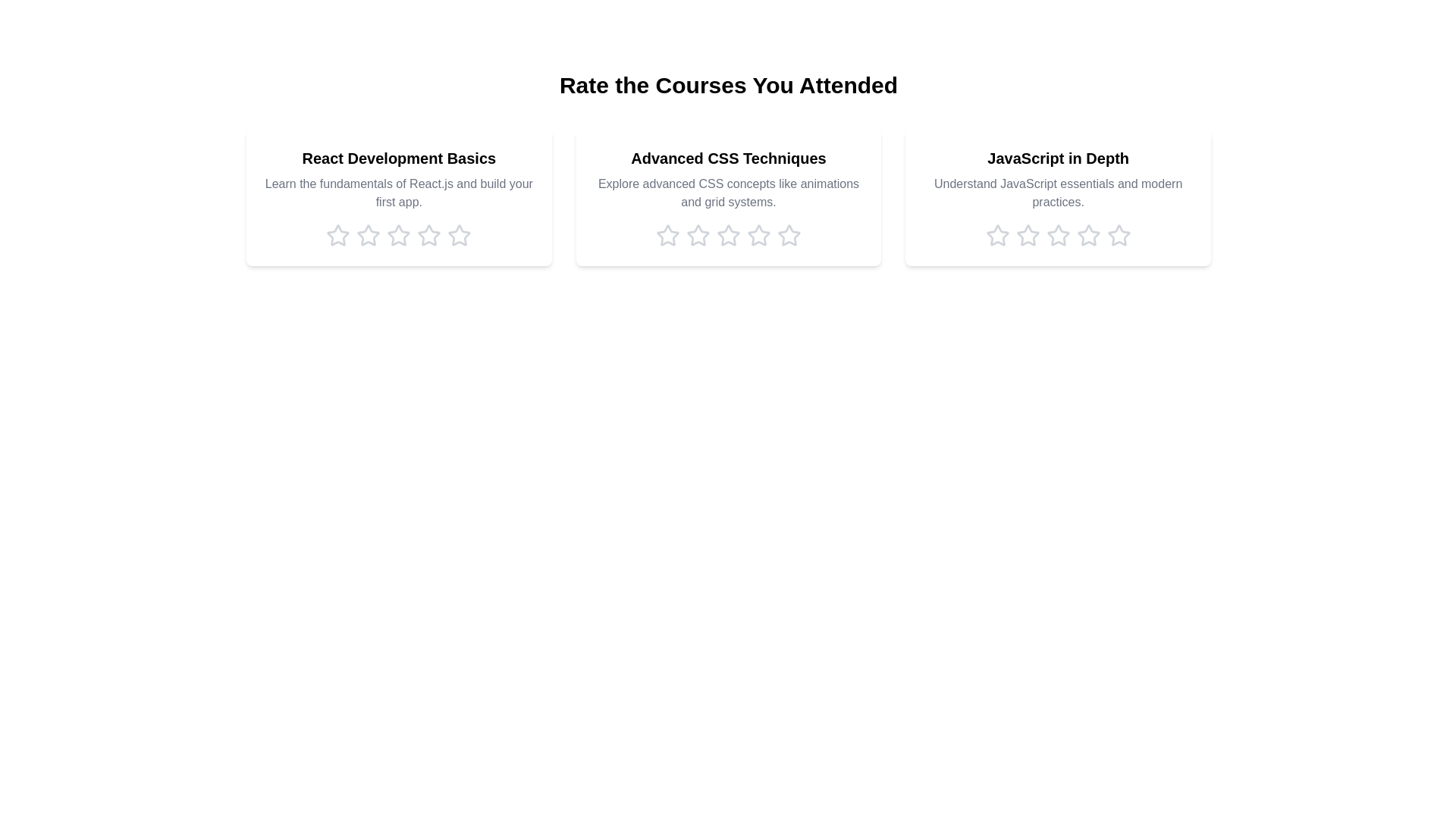 The height and width of the screenshot is (819, 1456). What do you see at coordinates (1057, 192) in the screenshot?
I see `the description of the course titled 'JavaScript in Depth'` at bounding box center [1057, 192].